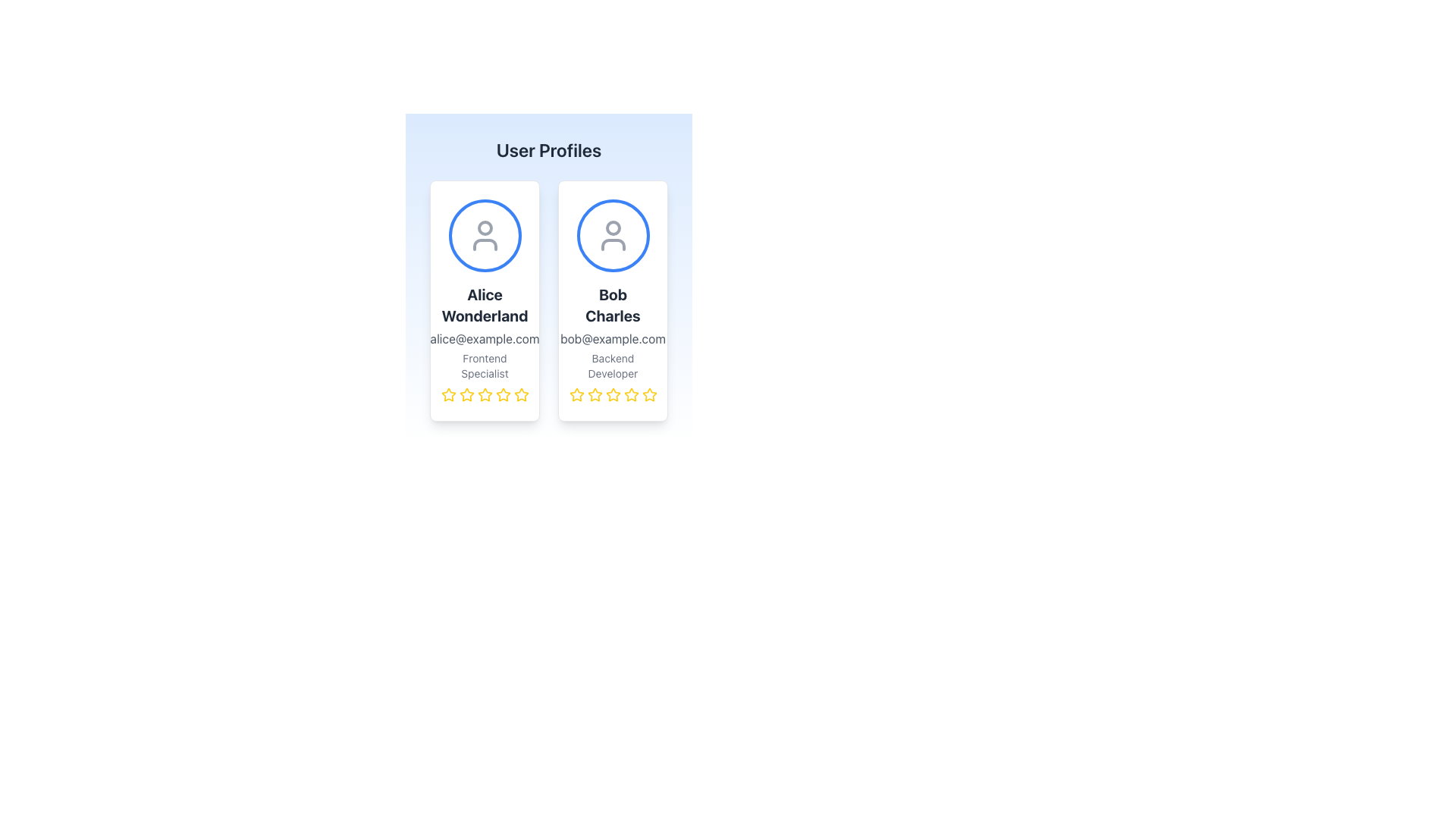 This screenshot has height=819, width=1456. I want to click on the central circular profile icon representing 'Bob Charles', so click(613, 236).